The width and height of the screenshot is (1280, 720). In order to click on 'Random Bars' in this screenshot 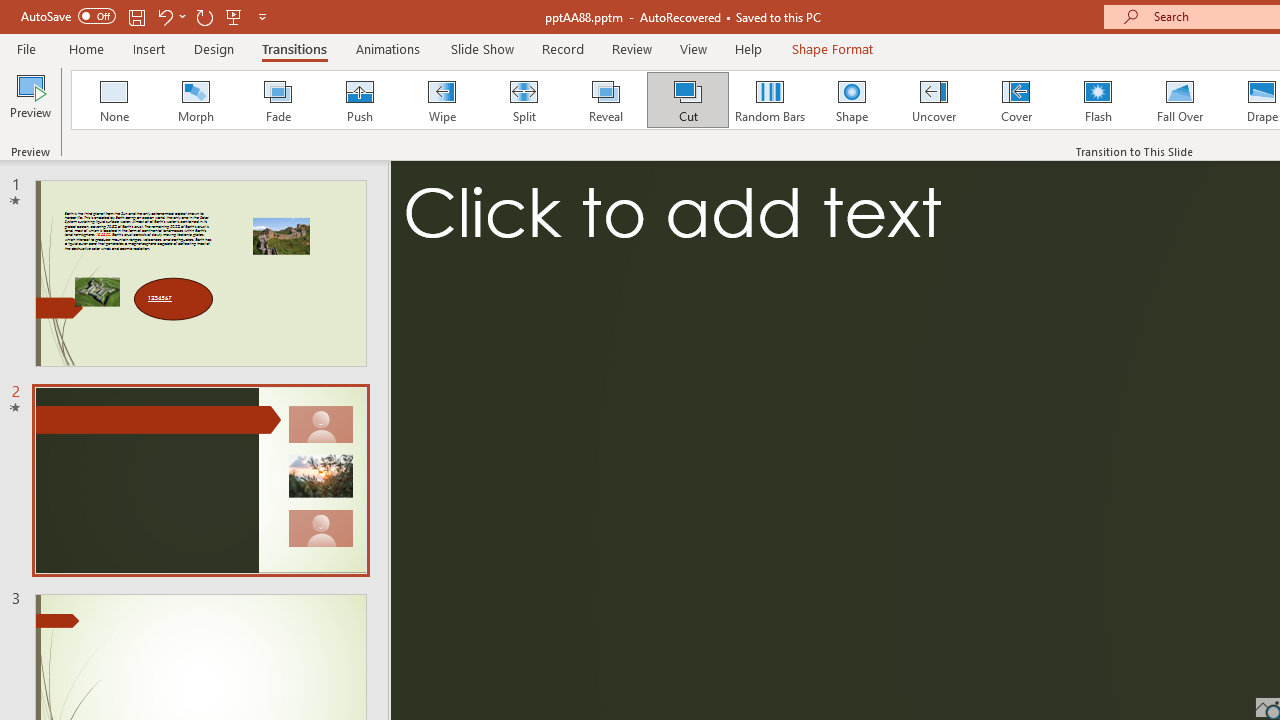, I will do `click(769, 100)`.